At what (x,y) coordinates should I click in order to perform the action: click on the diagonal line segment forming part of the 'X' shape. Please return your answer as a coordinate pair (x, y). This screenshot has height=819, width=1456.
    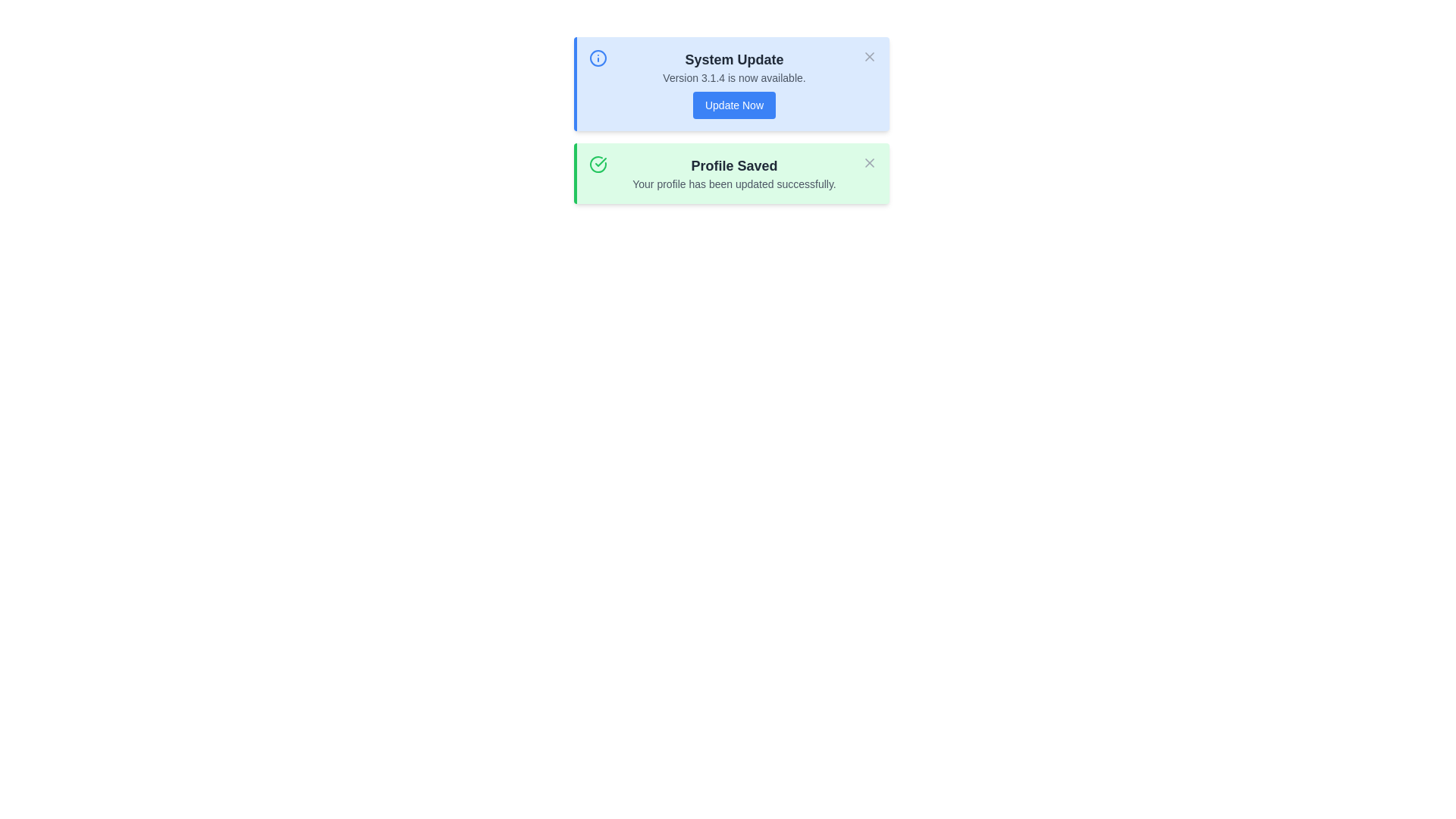
    Looking at the image, I should click on (869, 55).